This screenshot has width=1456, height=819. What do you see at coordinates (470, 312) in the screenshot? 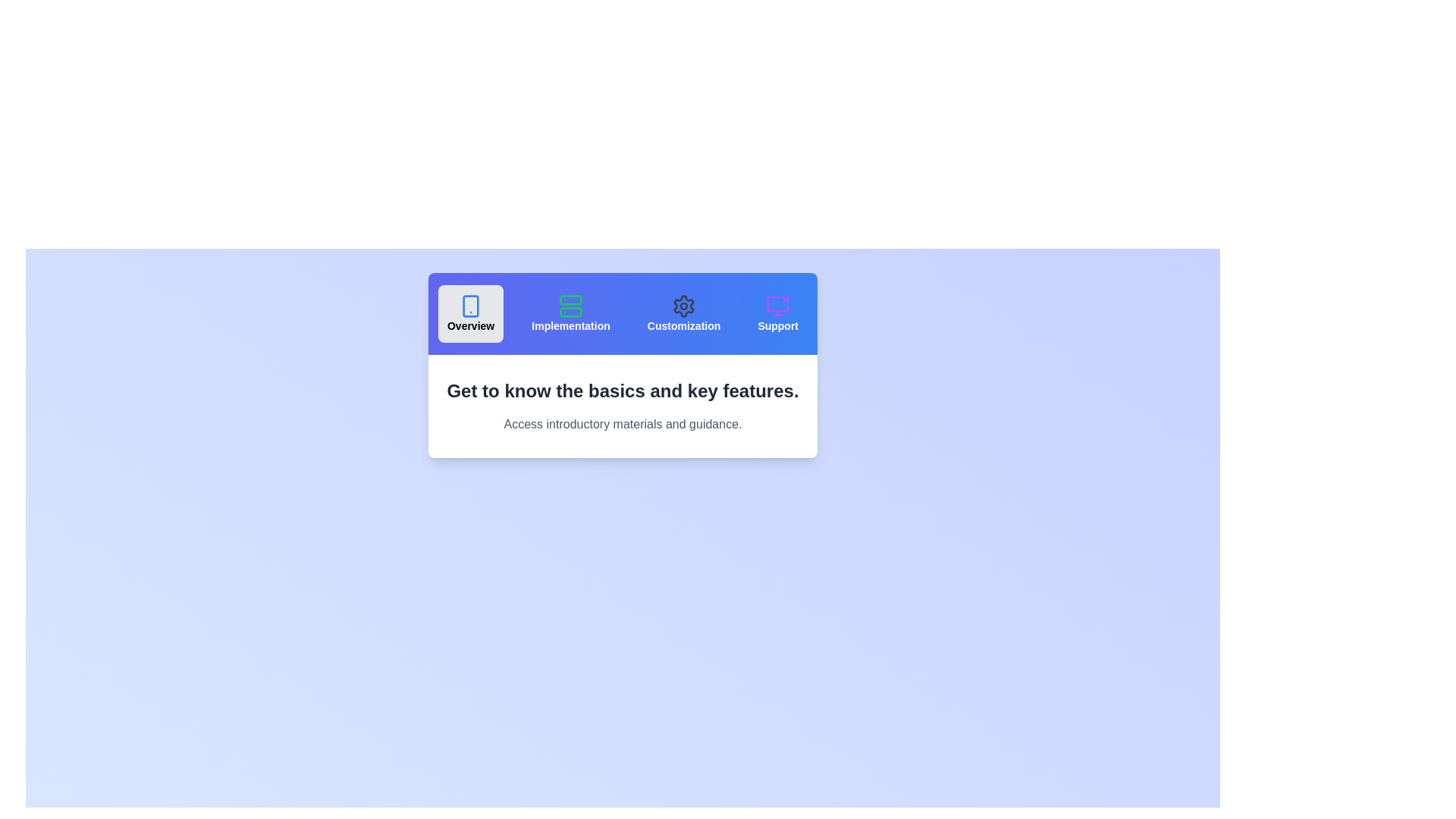
I see `the tab labeled Overview to view its details` at bounding box center [470, 312].